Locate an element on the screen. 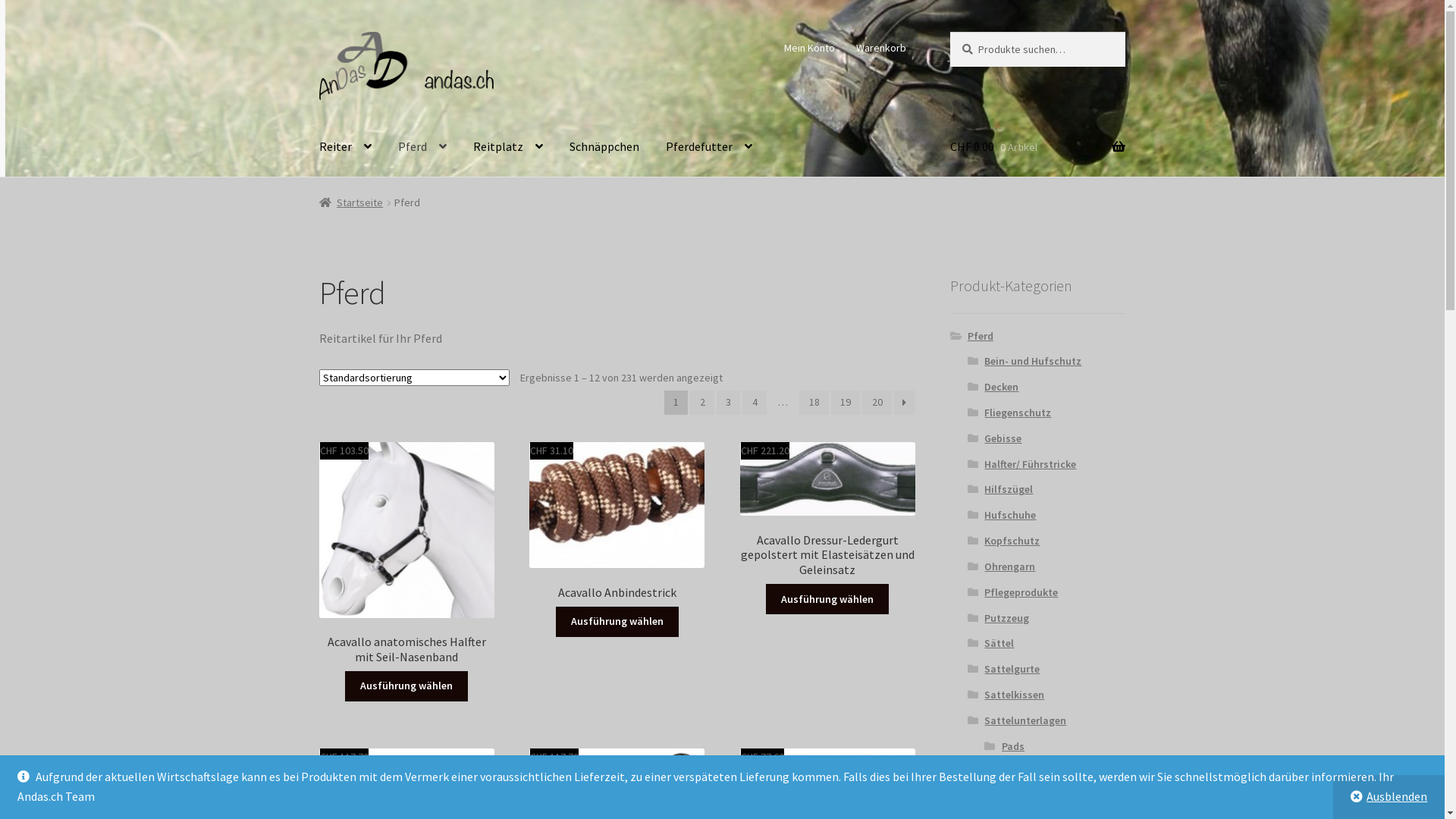 The width and height of the screenshot is (1456, 819). '2' is located at coordinates (701, 402).